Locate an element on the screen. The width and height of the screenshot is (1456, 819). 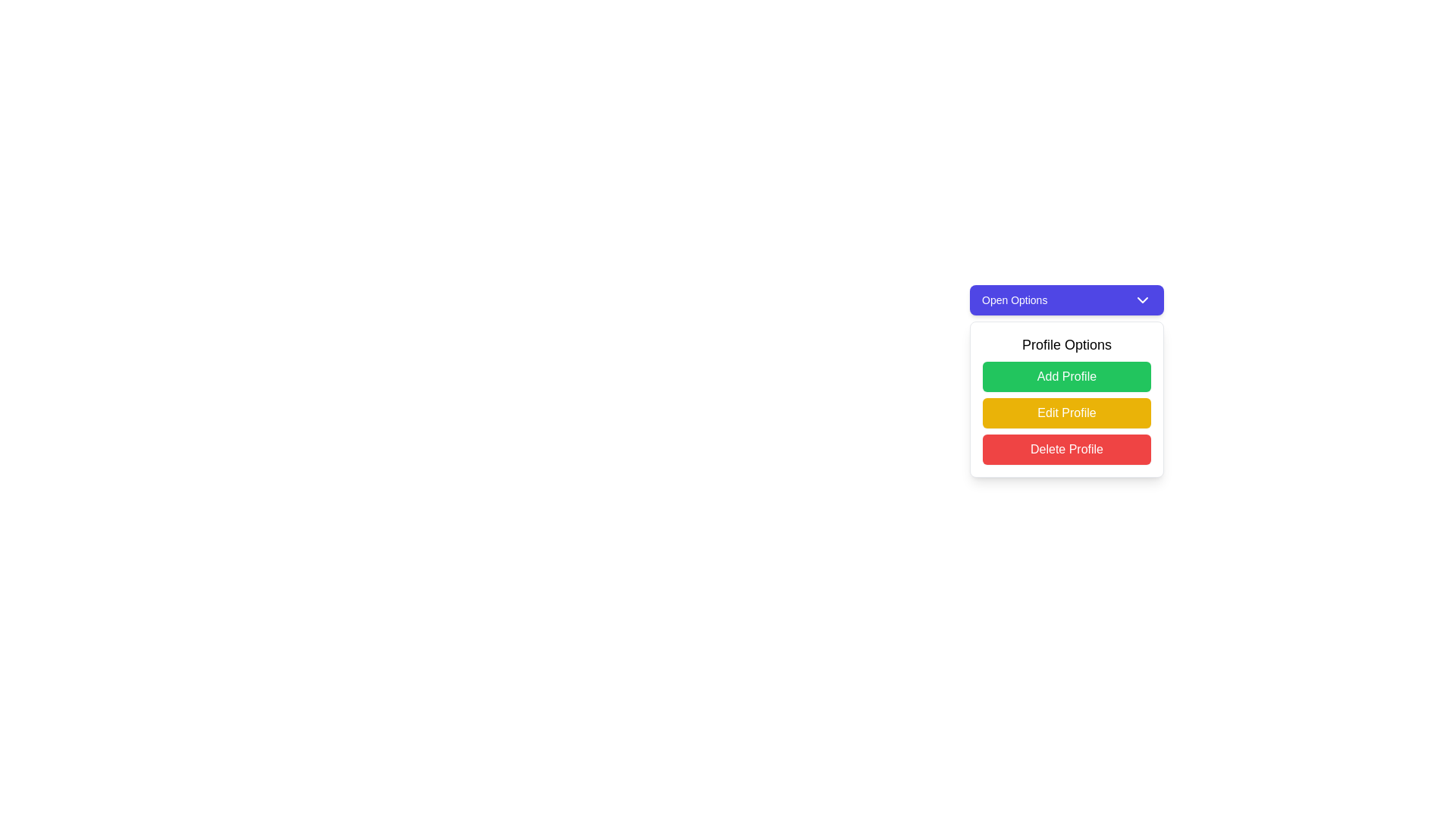
the 'Delete Profile' button located at the bottom of the 'Profile Options' section to change its color is located at coordinates (1065, 449).